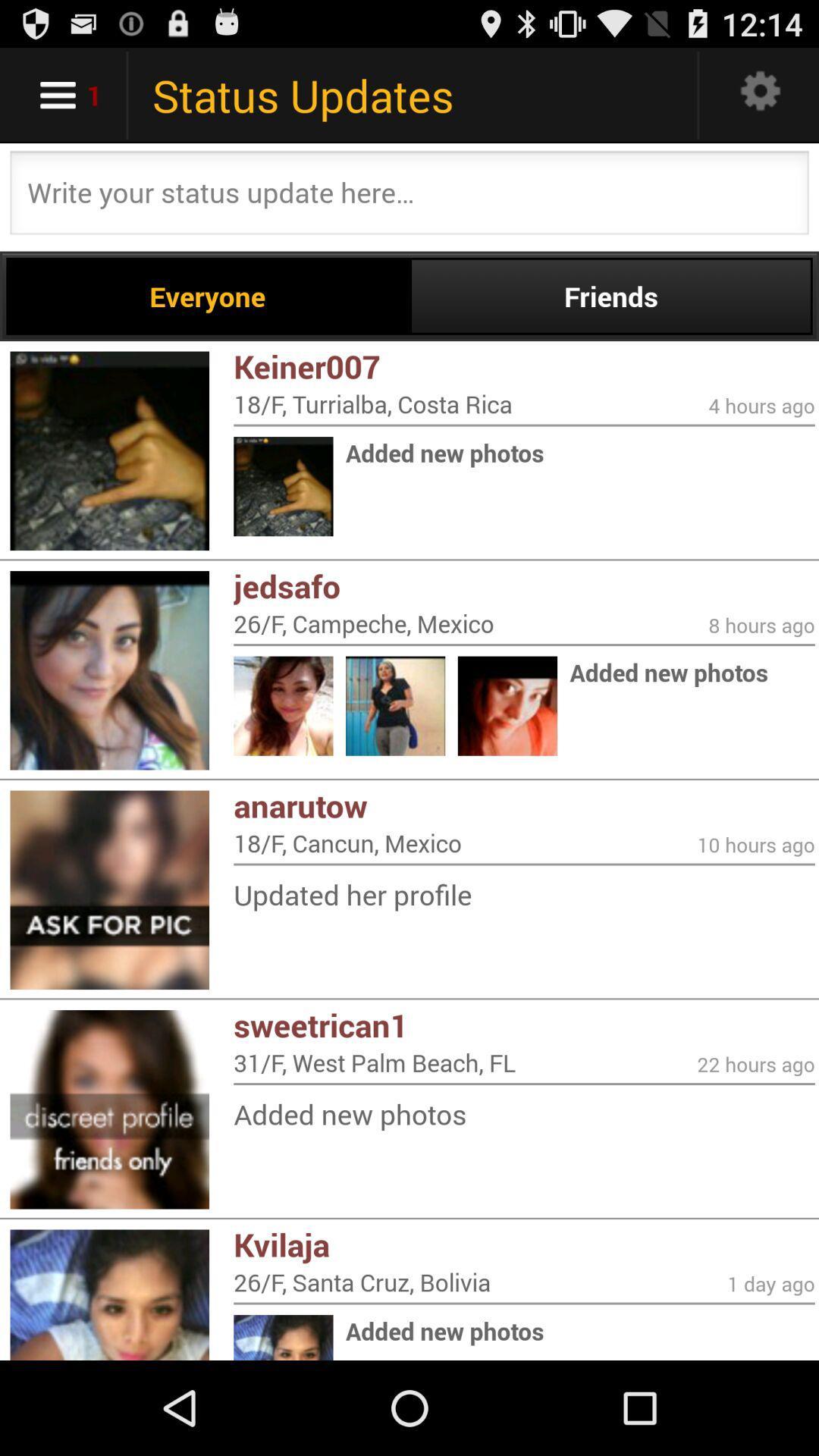  I want to click on app above keiner007 icon, so click(208, 296).